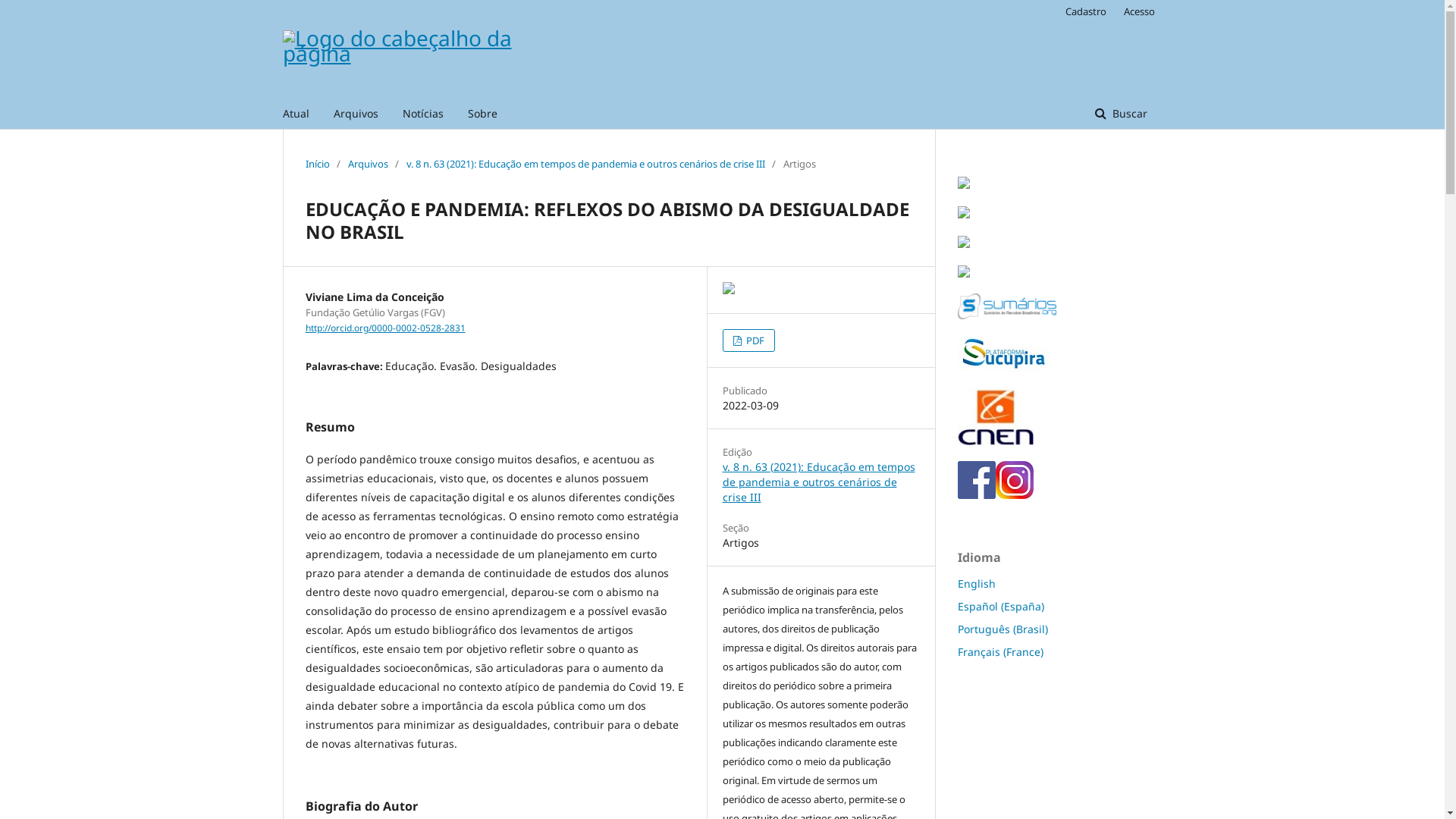  Describe the element at coordinates (1079, 113) in the screenshot. I see `'Buscar'` at that location.